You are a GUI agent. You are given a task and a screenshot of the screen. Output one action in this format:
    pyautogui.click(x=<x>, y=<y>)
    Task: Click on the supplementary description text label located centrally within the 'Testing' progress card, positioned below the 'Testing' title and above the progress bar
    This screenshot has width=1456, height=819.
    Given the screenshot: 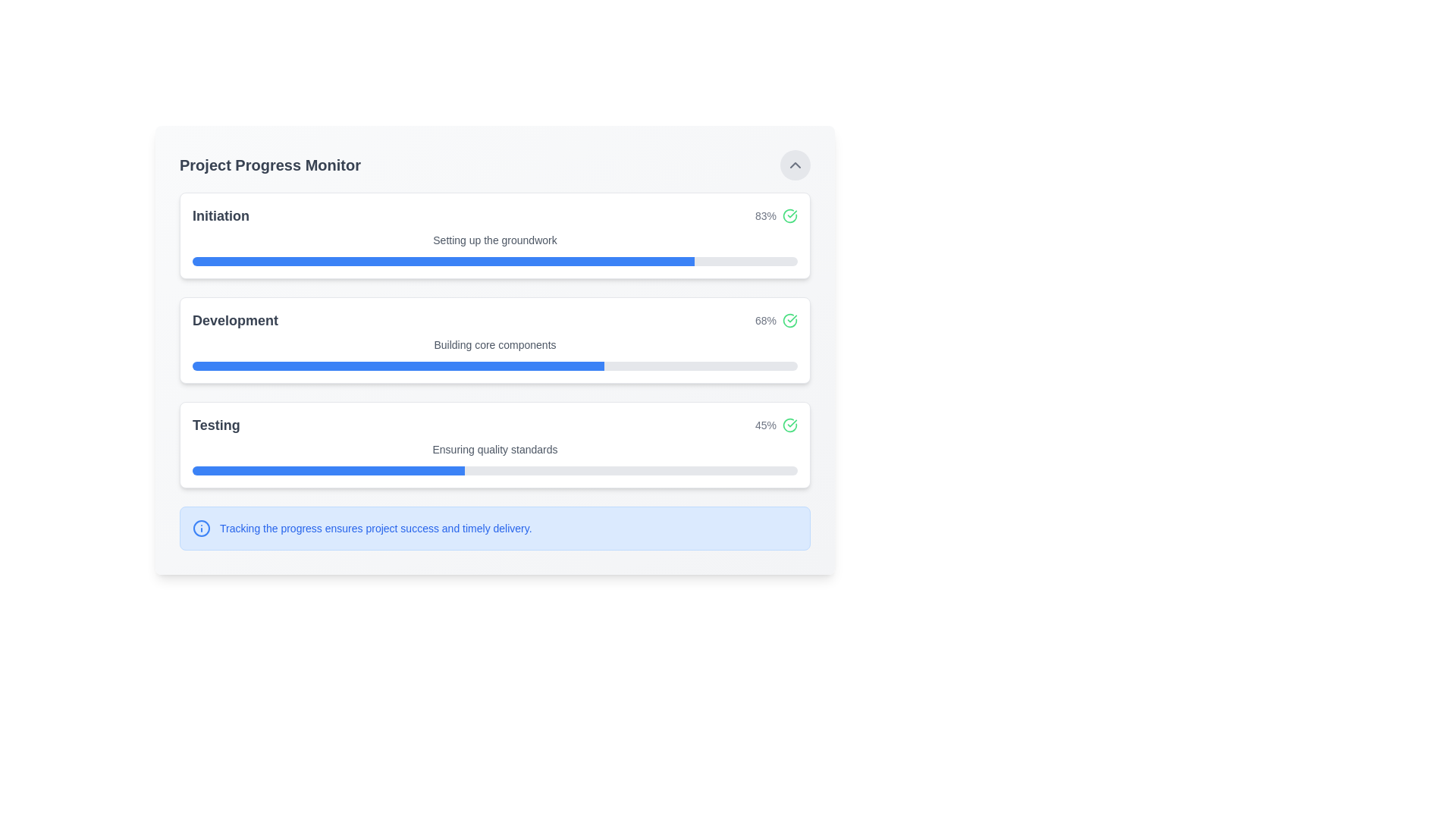 What is the action you would take?
    pyautogui.click(x=494, y=449)
    